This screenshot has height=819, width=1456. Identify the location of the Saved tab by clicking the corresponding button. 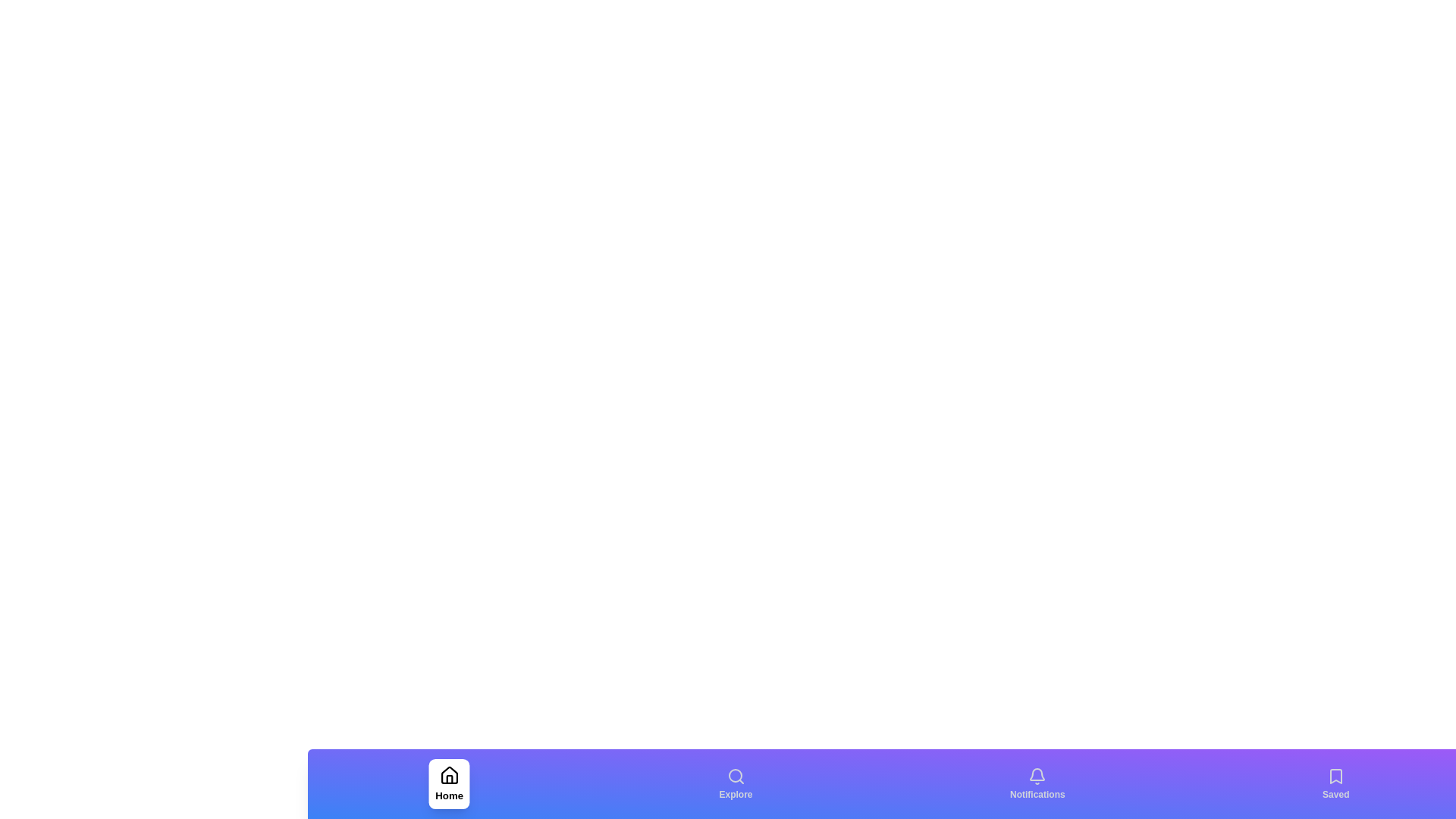
(1335, 783).